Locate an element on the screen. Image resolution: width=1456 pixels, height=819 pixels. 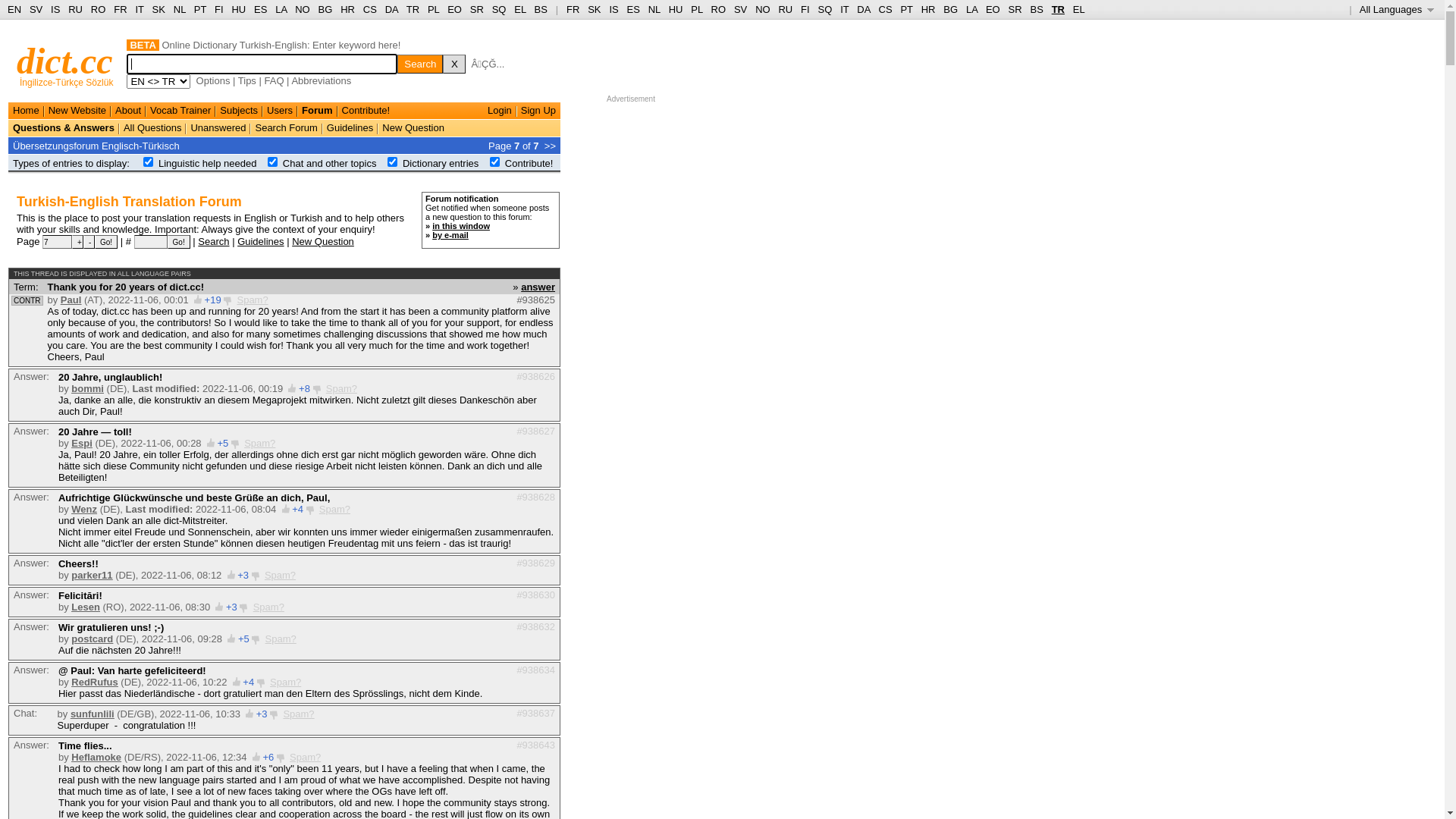
'X' is located at coordinates (442, 63).